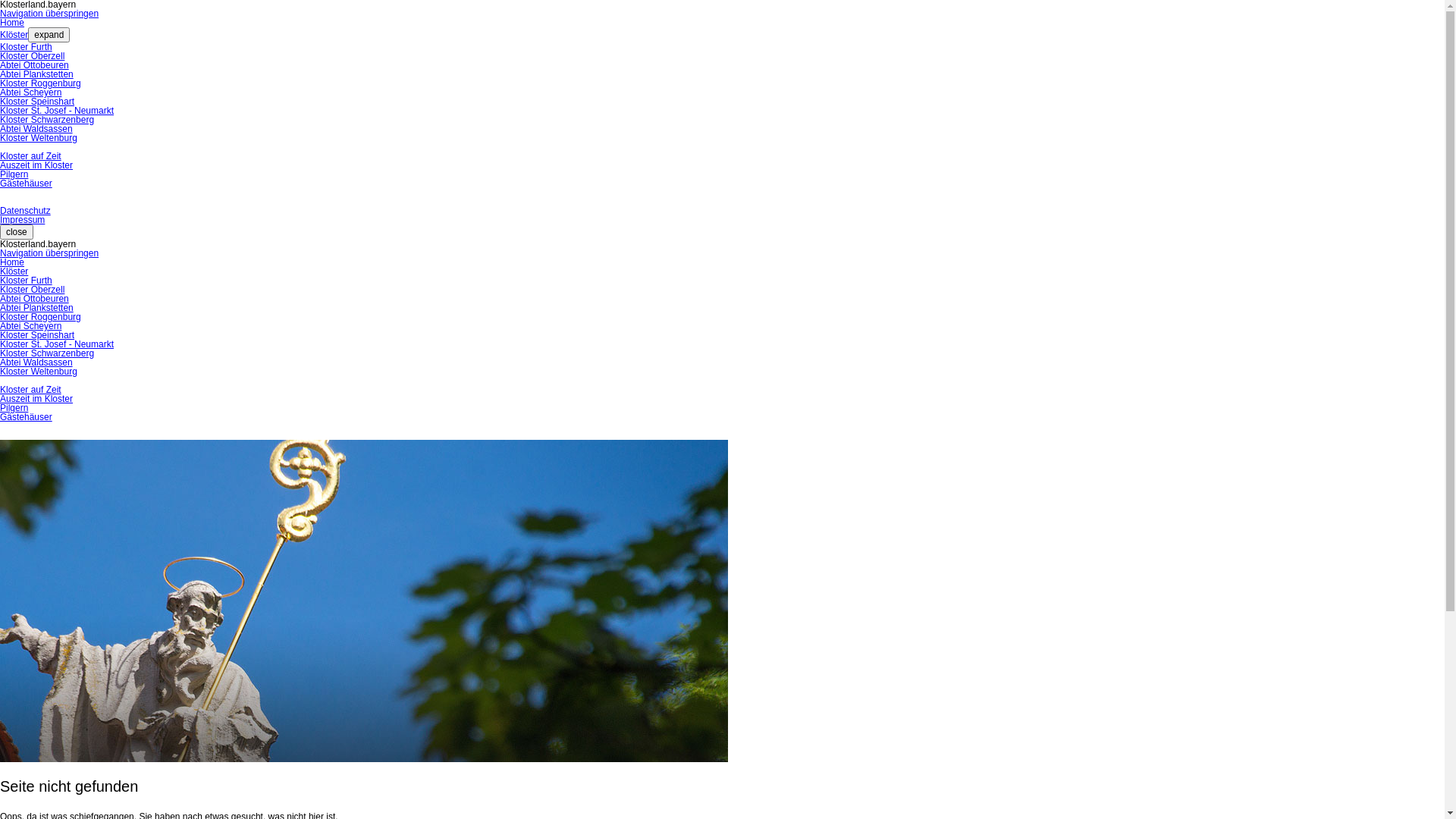  Describe the element at coordinates (0, 119) in the screenshot. I see `'Kloster Schwarzenberg'` at that location.